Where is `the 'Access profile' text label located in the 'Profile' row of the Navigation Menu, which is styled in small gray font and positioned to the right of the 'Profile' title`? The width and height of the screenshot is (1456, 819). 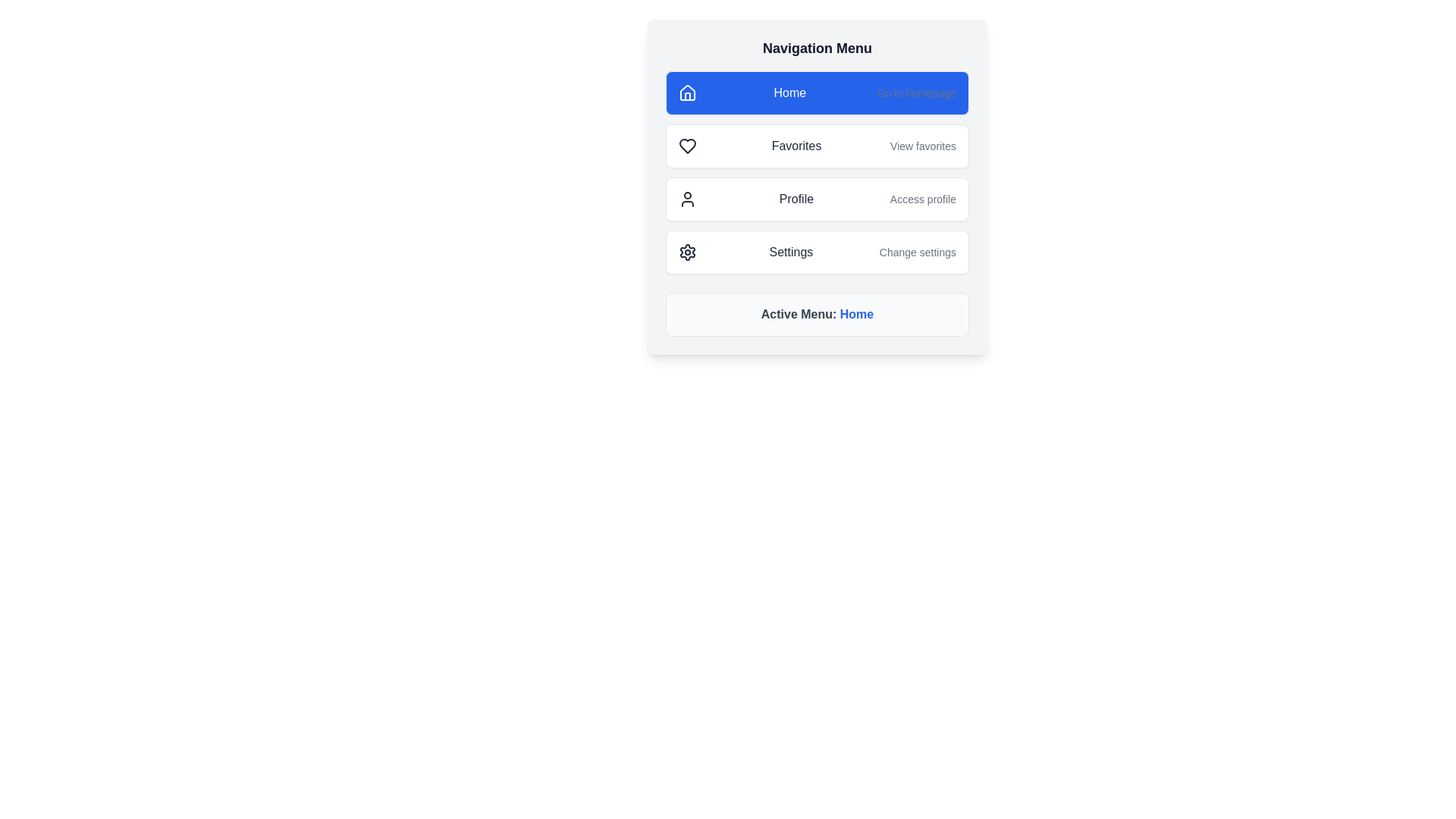 the 'Access profile' text label located in the 'Profile' row of the Navigation Menu, which is styled in small gray font and positioned to the right of the 'Profile' title is located at coordinates (922, 198).